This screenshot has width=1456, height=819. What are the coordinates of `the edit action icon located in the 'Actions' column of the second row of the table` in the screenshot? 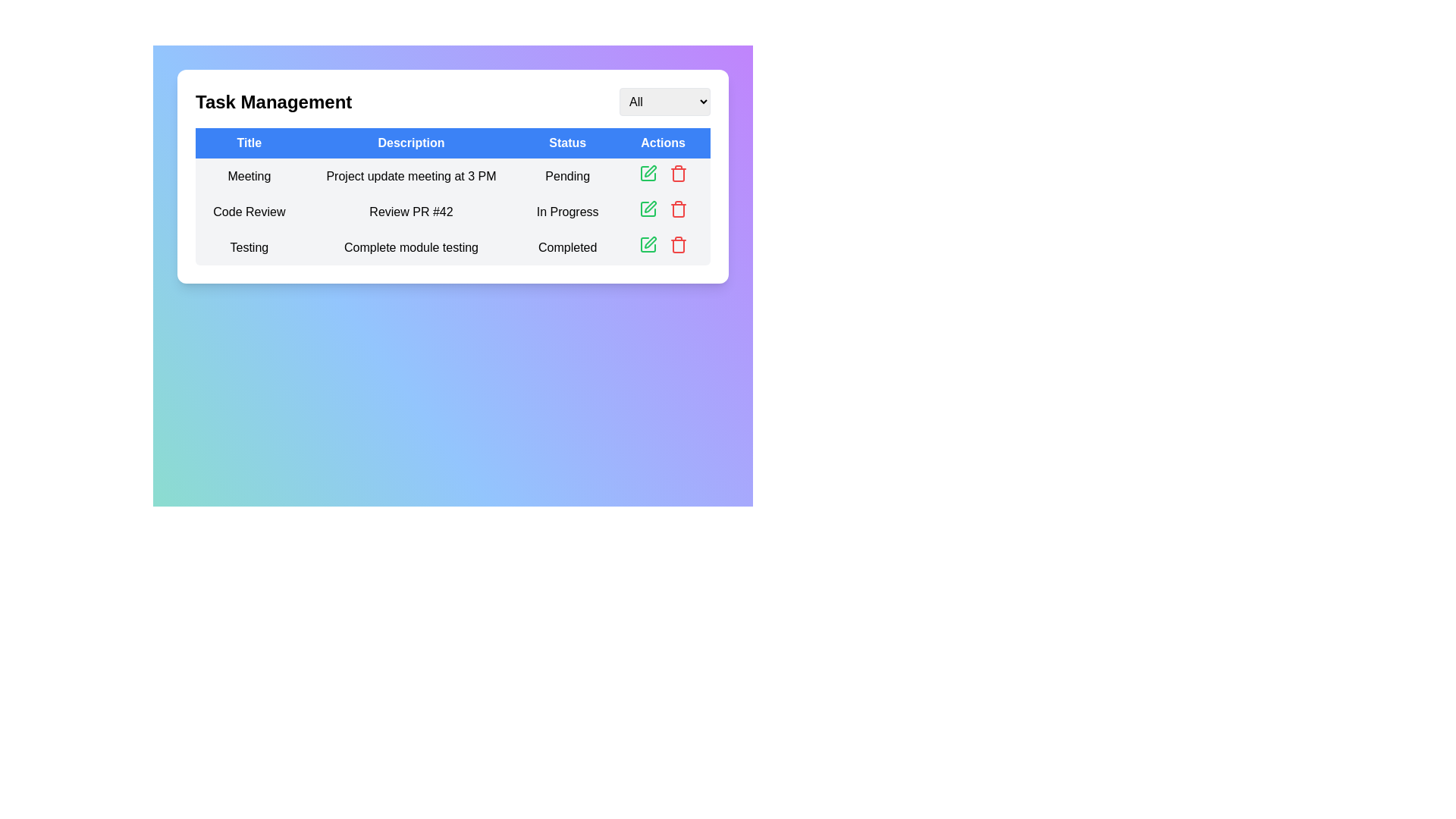 It's located at (650, 207).